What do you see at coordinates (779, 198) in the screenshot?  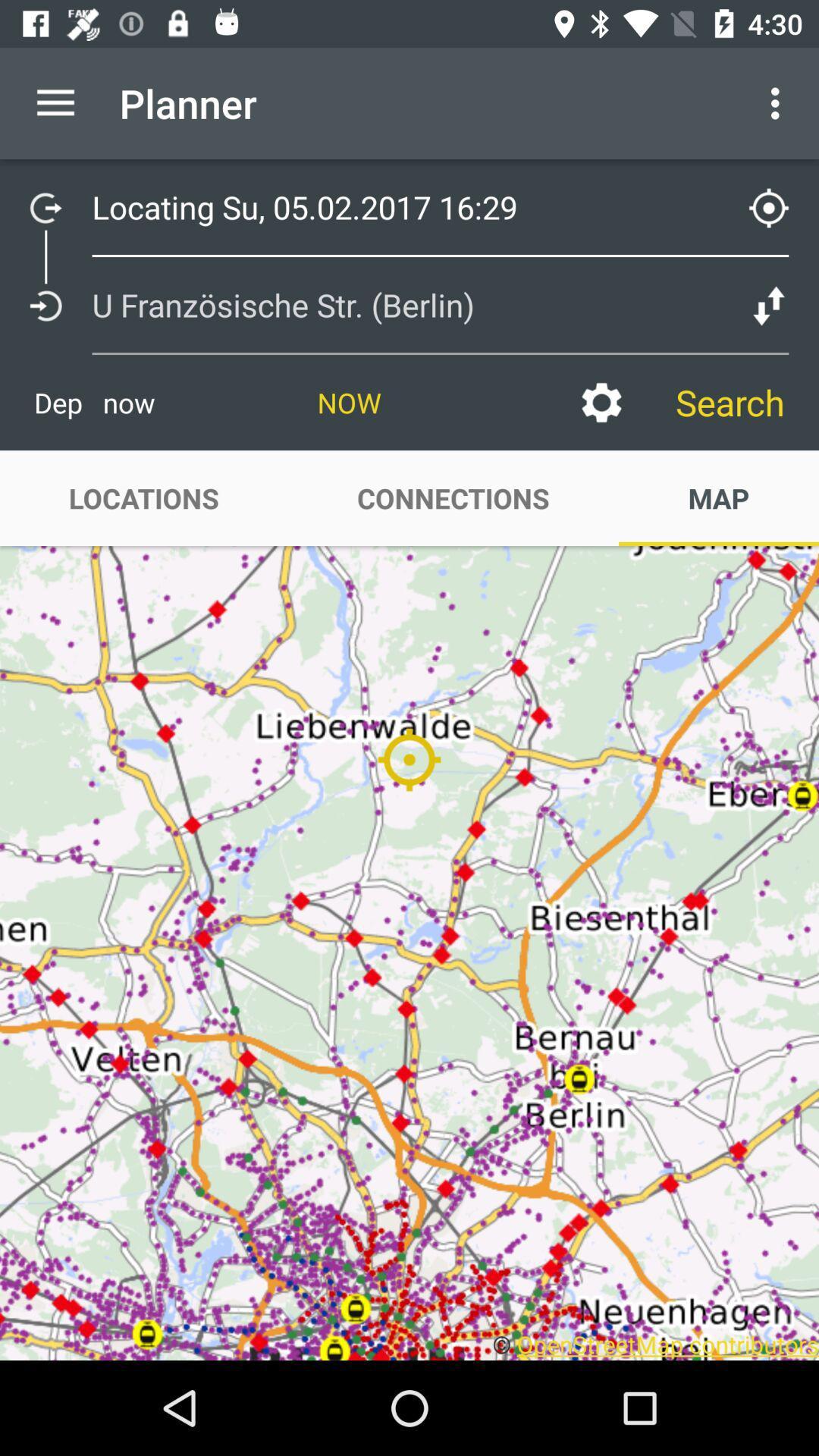 I see `the location_crosshair icon` at bounding box center [779, 198].